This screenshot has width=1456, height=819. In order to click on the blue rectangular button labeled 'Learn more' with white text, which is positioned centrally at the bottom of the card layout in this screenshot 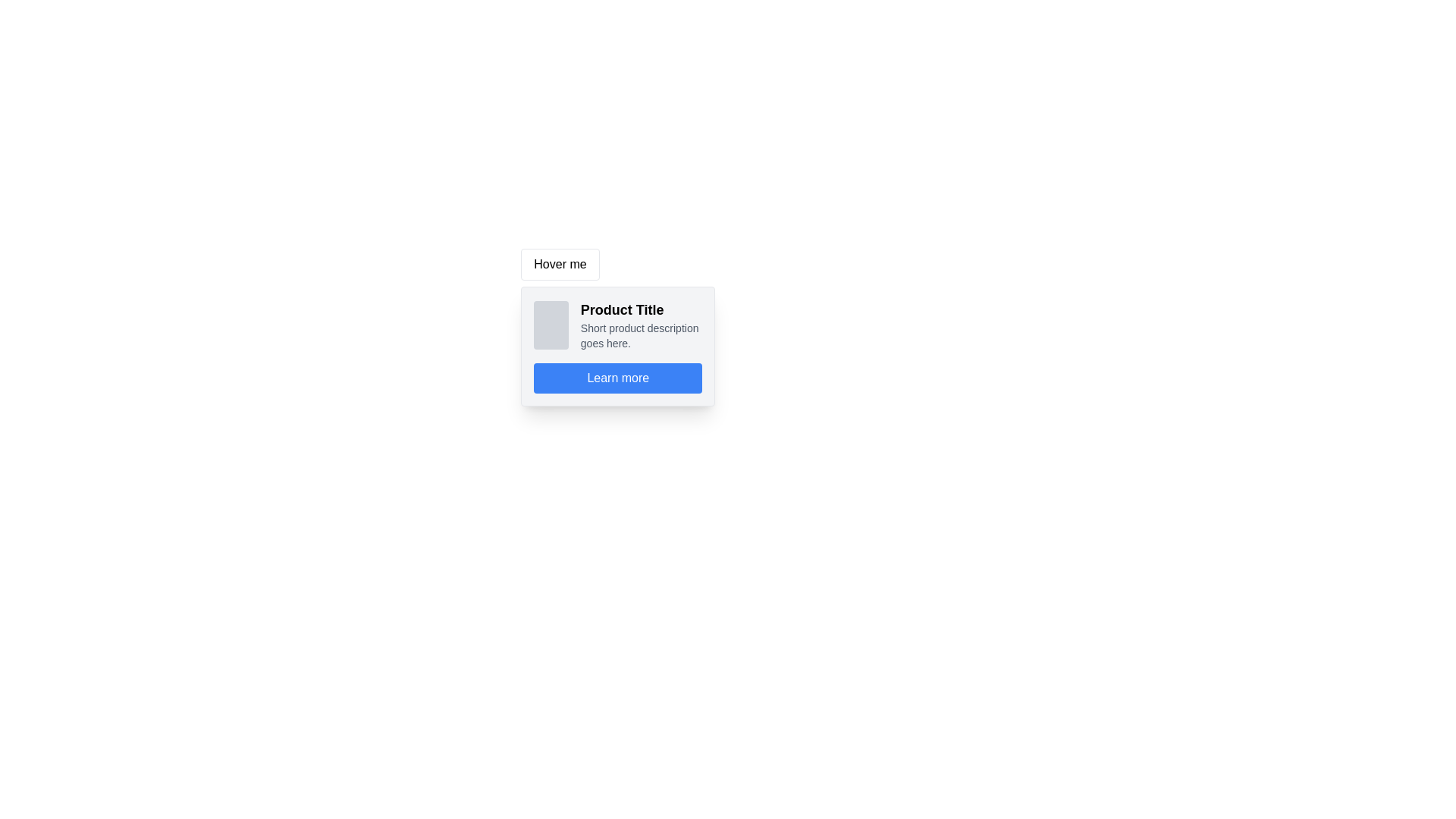, I will do `click(618, 377)`.